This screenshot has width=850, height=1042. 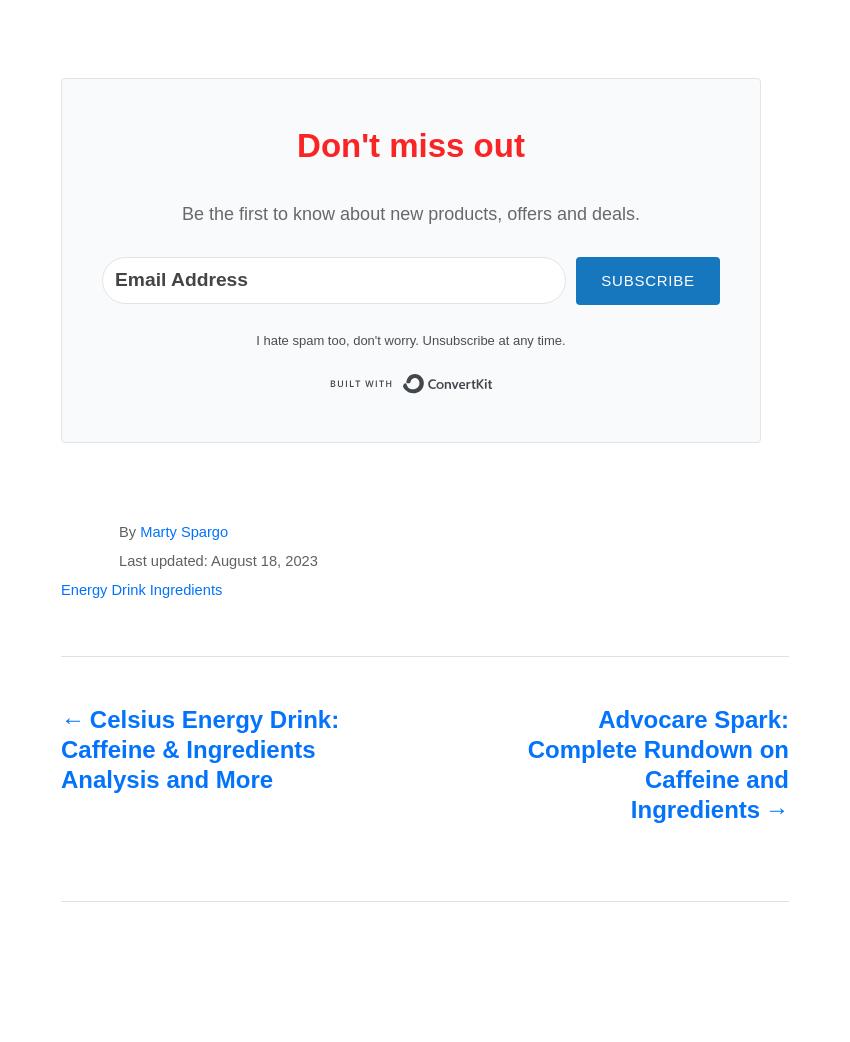 I want to click on 'Built with ConvertKit', so click(x=591, y=383).